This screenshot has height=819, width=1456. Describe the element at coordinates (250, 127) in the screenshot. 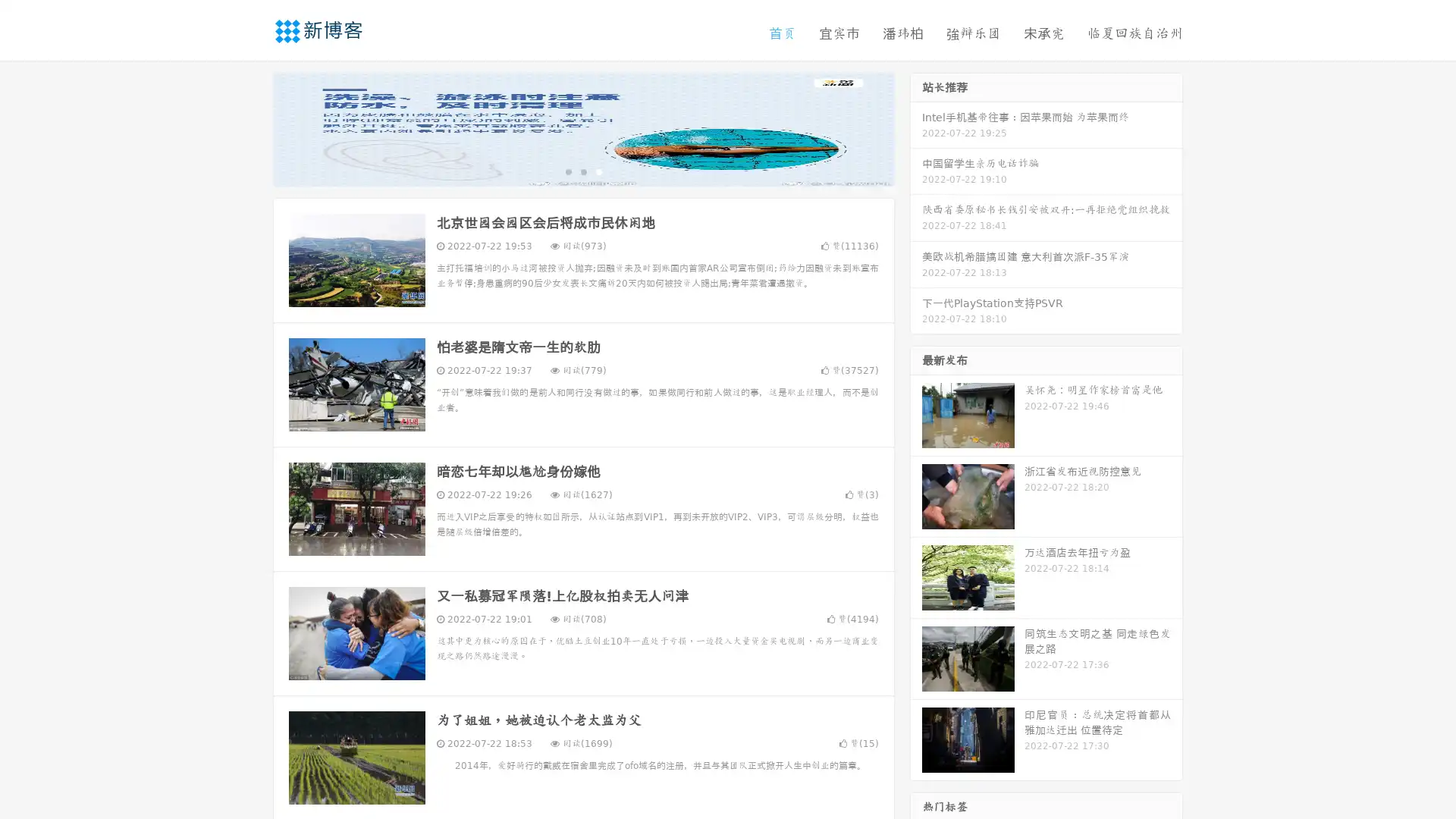

I see `Previous slide` at that location.